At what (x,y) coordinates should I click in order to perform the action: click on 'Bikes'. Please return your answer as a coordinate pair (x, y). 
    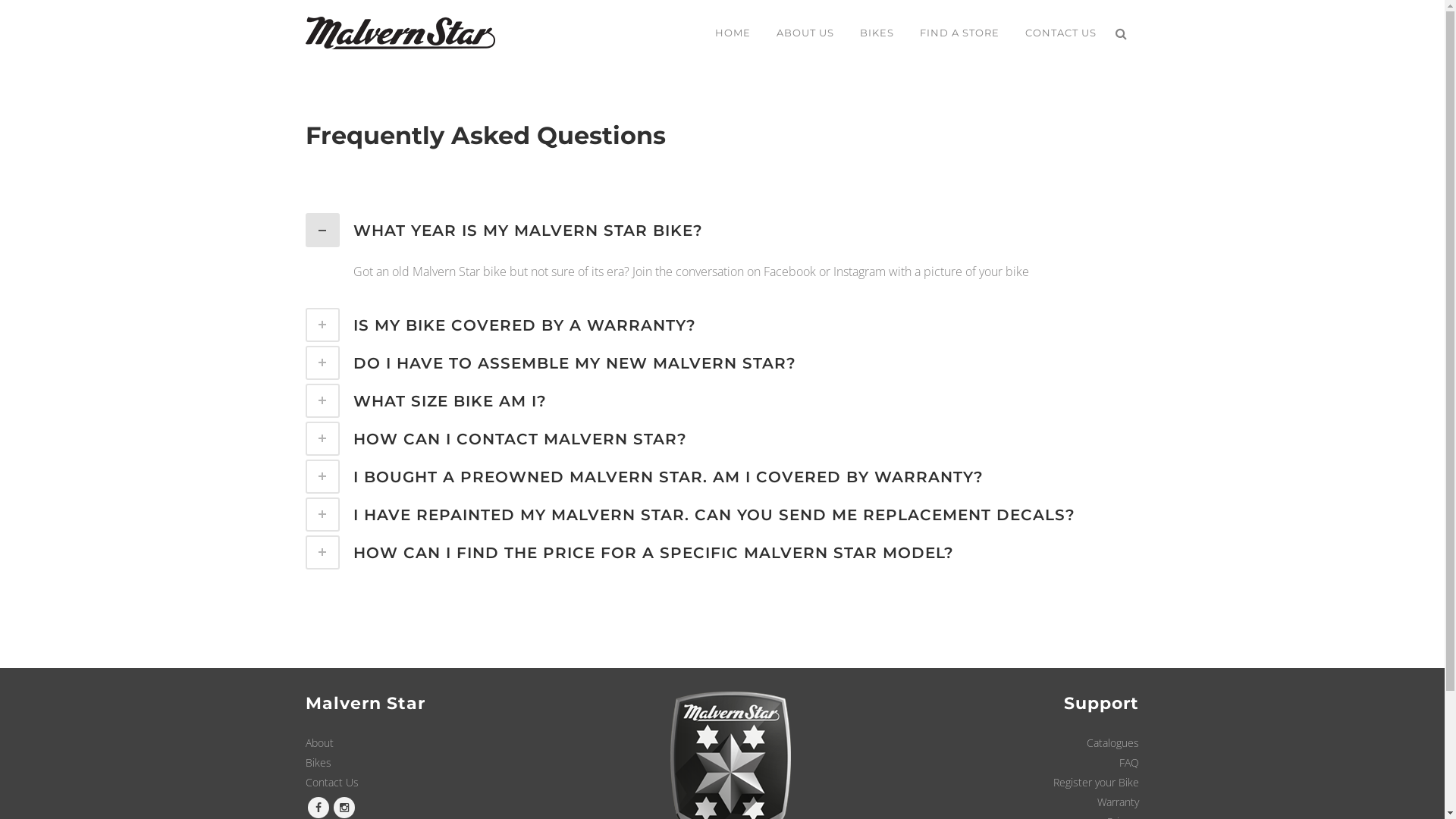
    Looking at the image, I should click on (316, 762).